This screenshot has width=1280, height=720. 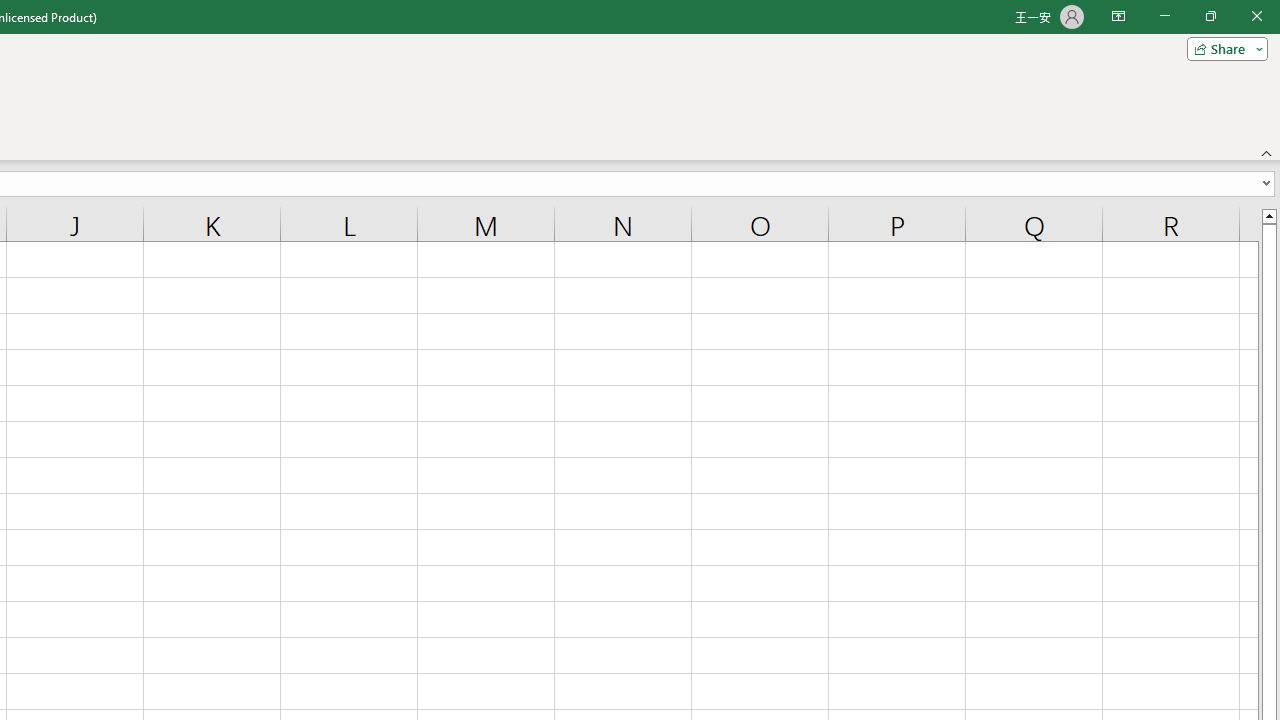 I want to click on 'Restore Down', so click(x=1209, y=16).